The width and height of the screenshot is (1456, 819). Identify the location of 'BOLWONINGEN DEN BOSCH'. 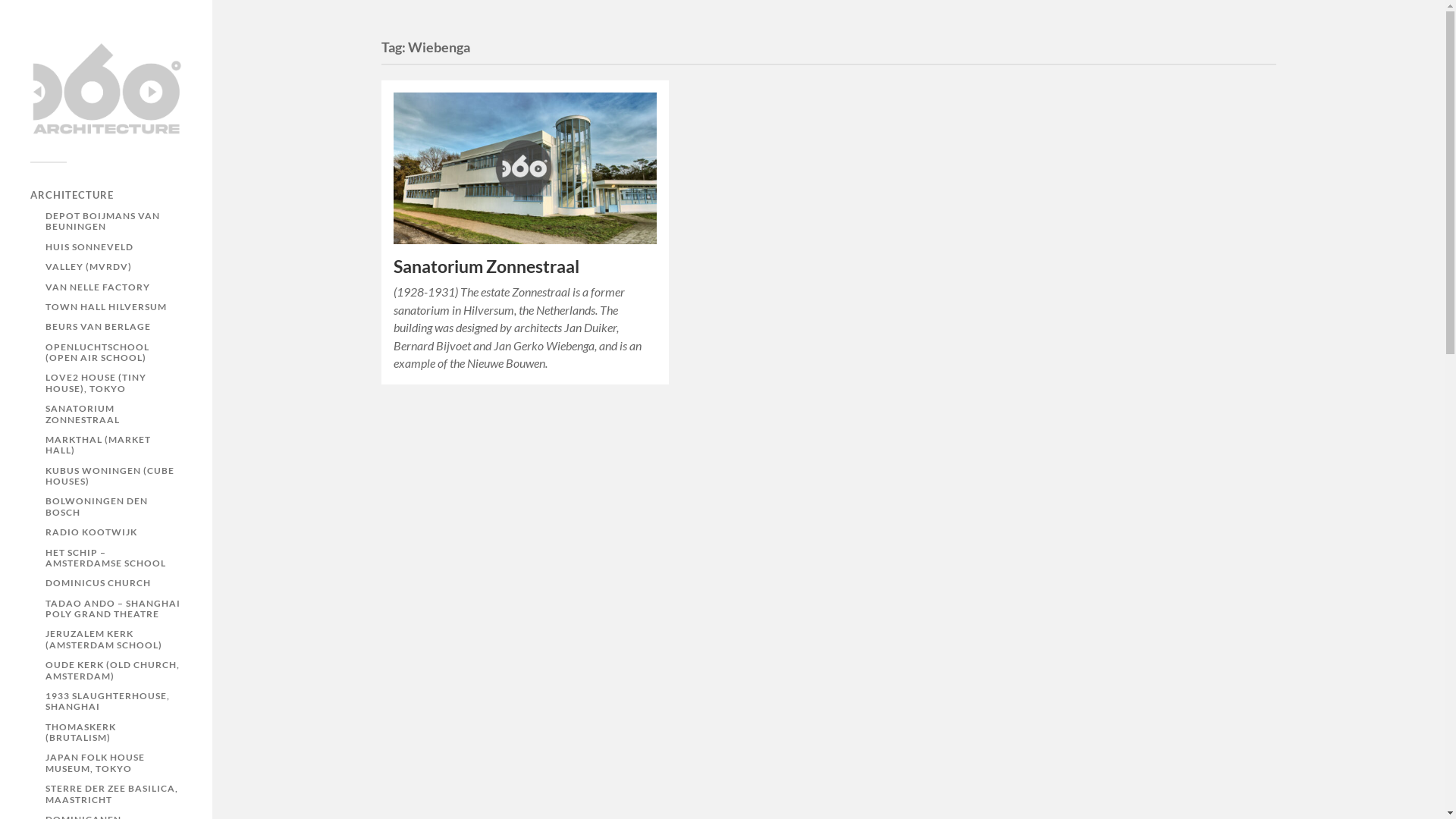
(96, 506).